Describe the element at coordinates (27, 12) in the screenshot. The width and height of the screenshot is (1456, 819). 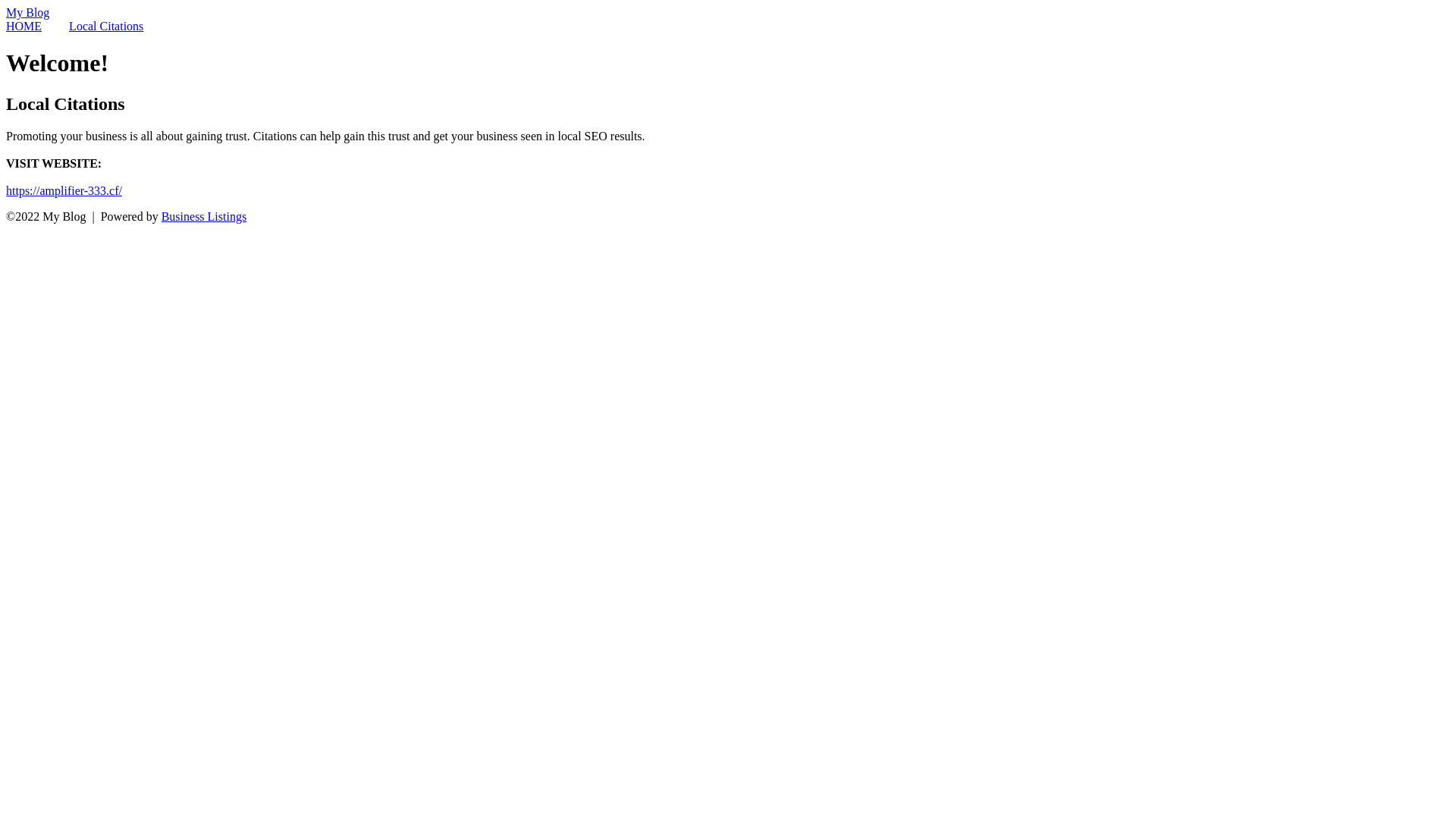
I see `'My Blog'` at that location.